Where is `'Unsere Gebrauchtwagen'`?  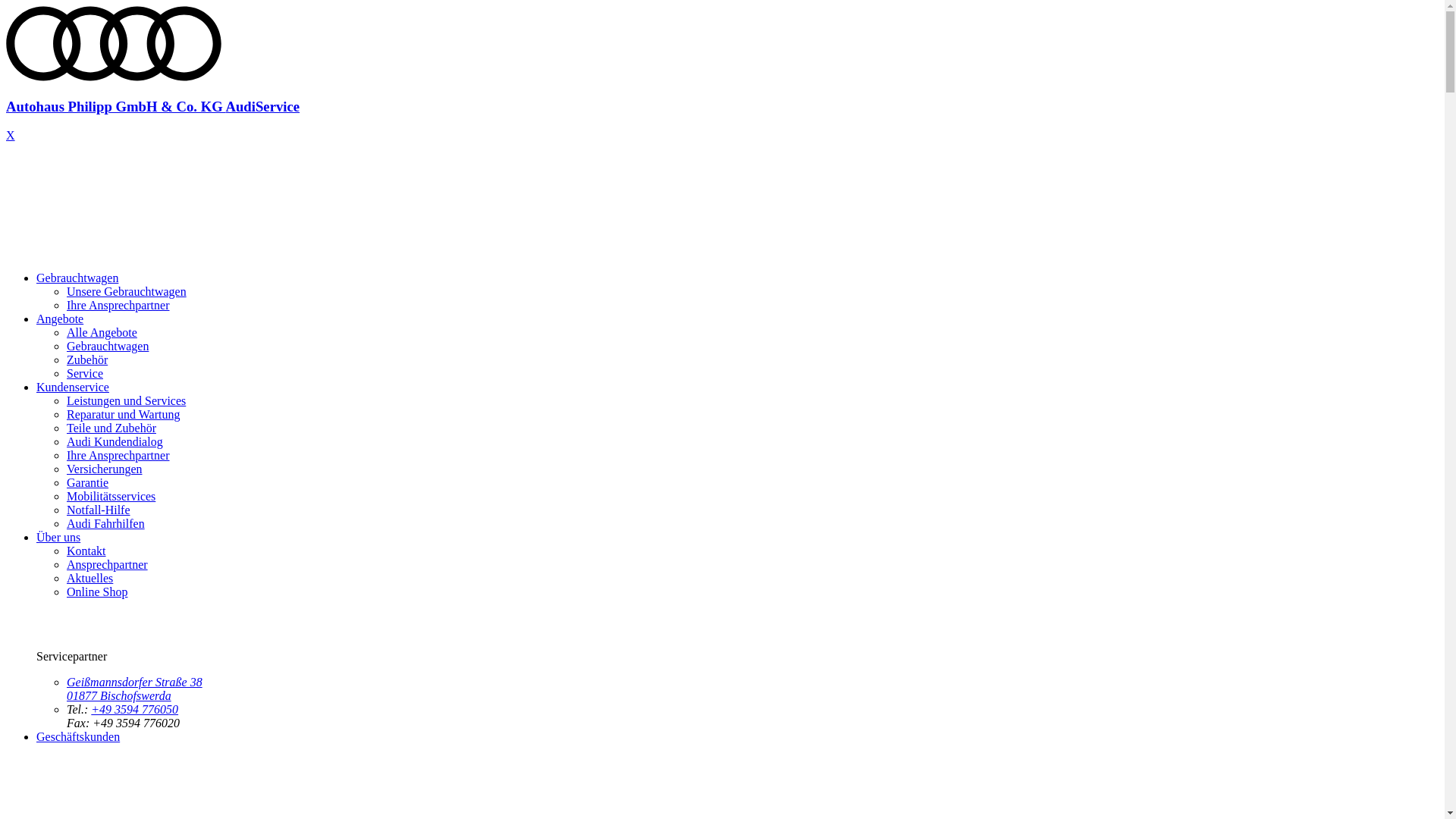 'Unsere Gebrauchtwagen' is located at coordinates (127, 291).